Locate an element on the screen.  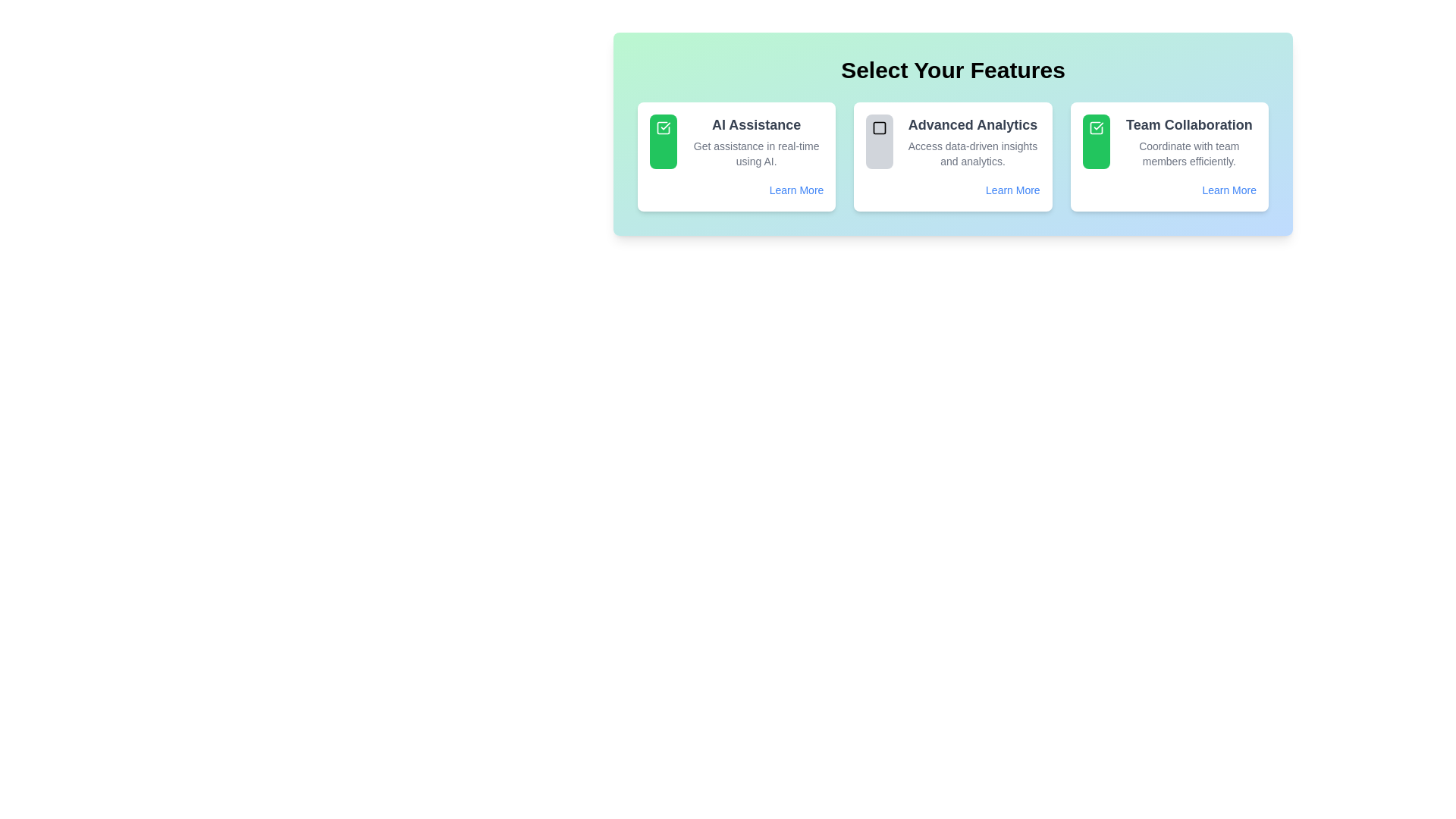
the Infobox that features 'Team Collaboration', which is the second card in a row of three feature cards, positioned below the title 'Select Your Features' is located at coordinates (1169, 141).